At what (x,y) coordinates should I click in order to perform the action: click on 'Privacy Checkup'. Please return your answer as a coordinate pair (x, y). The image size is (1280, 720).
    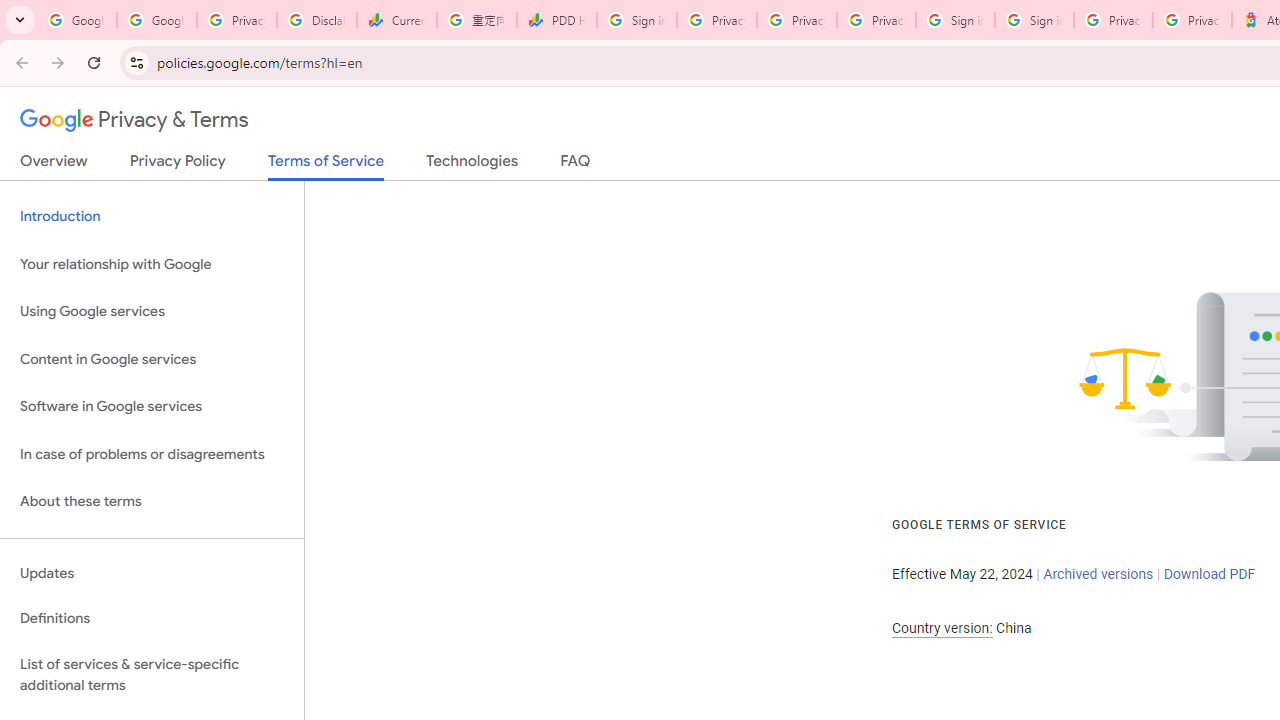
    Looking at the image, I should click on (795, 20).